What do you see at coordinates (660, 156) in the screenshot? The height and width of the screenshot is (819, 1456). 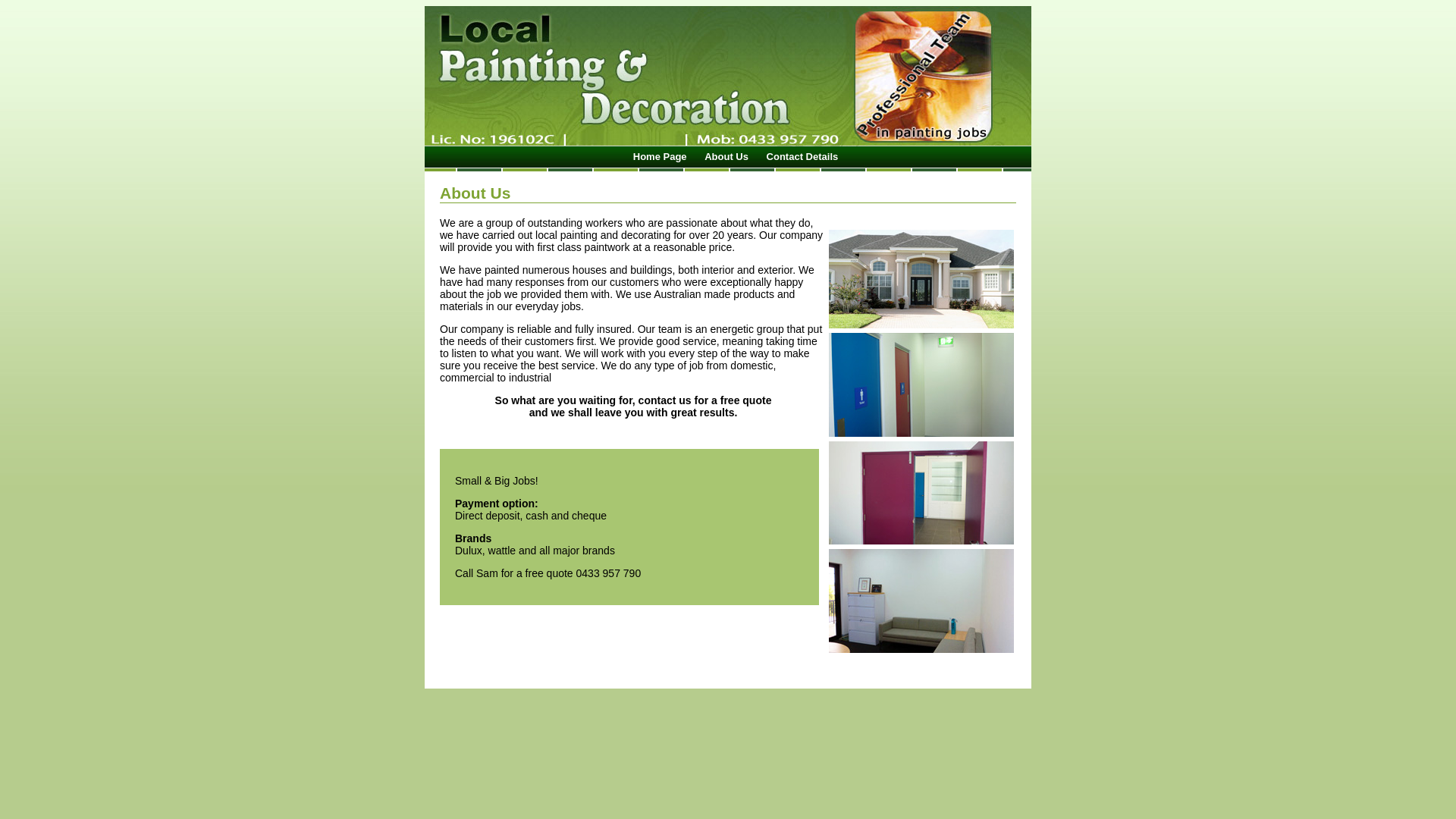 I see `'Home Page'` at bounding box center [660, 156].